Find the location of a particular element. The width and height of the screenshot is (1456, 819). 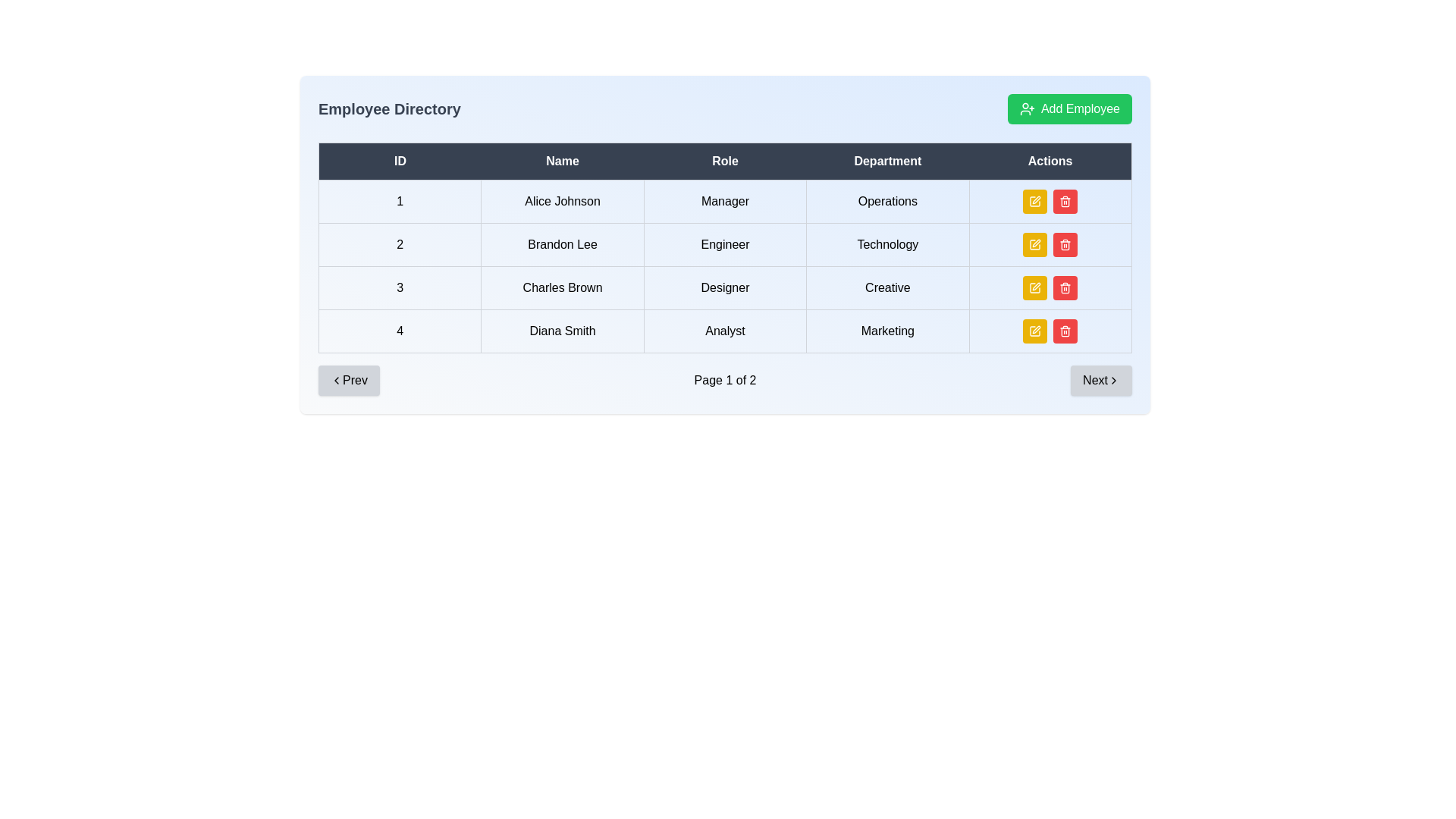

the text label 'Alice Johnson' in the employee directory table, located in the second cell of the first row under the 'Name' column is located at coordinates (562, 201).